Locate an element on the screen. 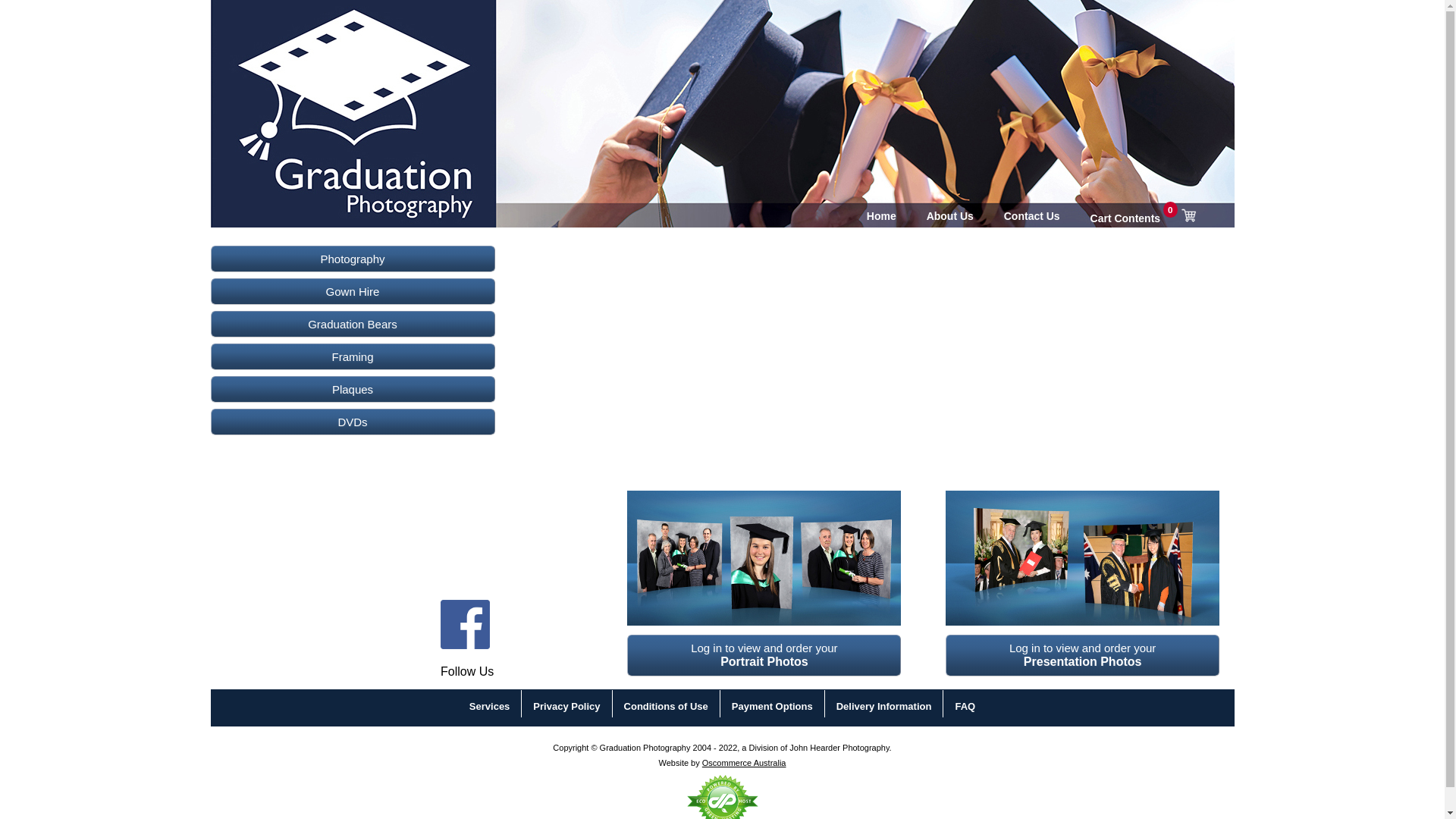 The height and width of the screenshot is (819, 1456). 'Photography' is located at coordinates (352, 258).